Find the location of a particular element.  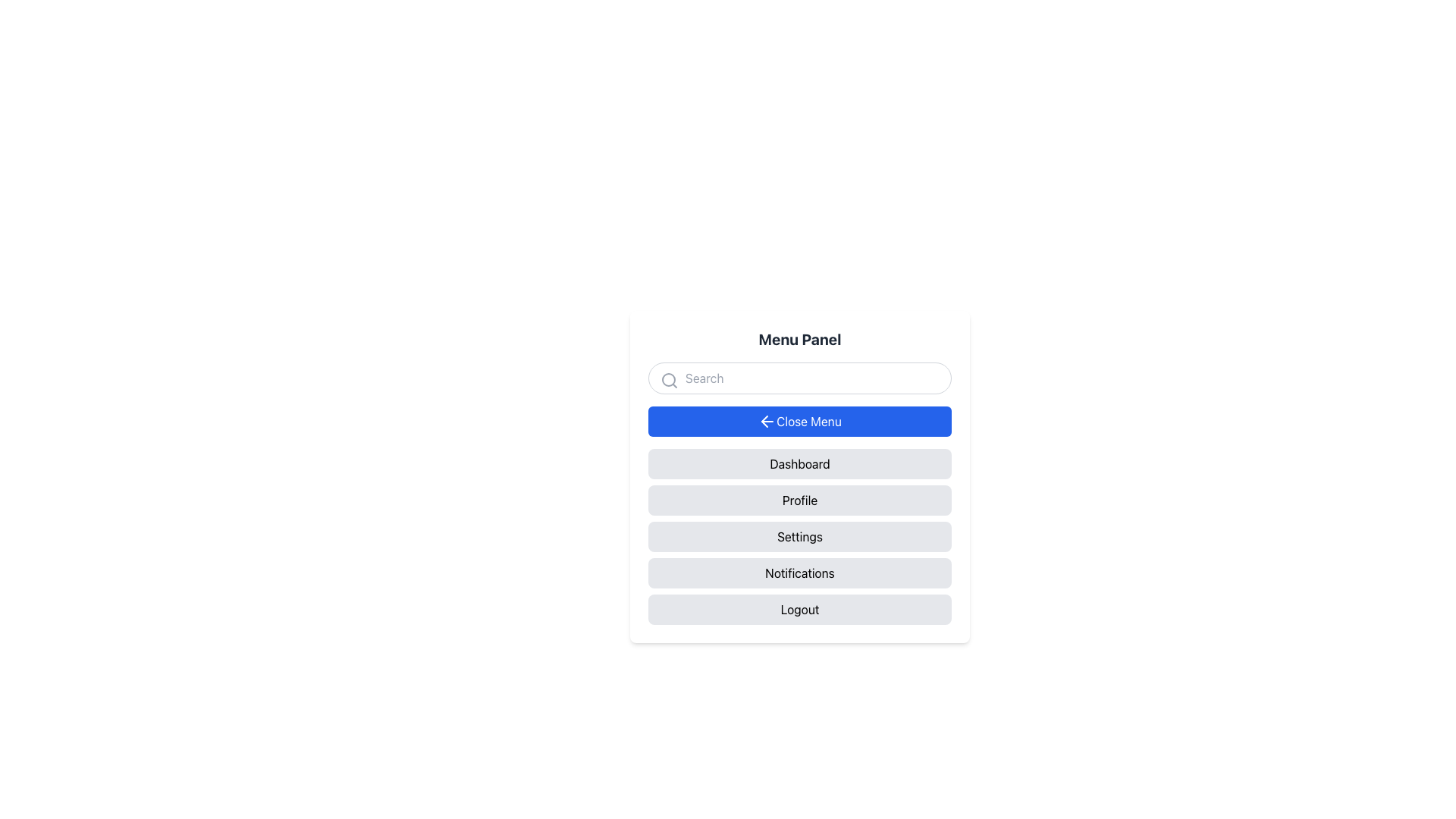

the leftward-pointing arrow icon within the blue button labeled 'Close Menu' to indicate the action of closing the menu is located at coordinates (767, 421).